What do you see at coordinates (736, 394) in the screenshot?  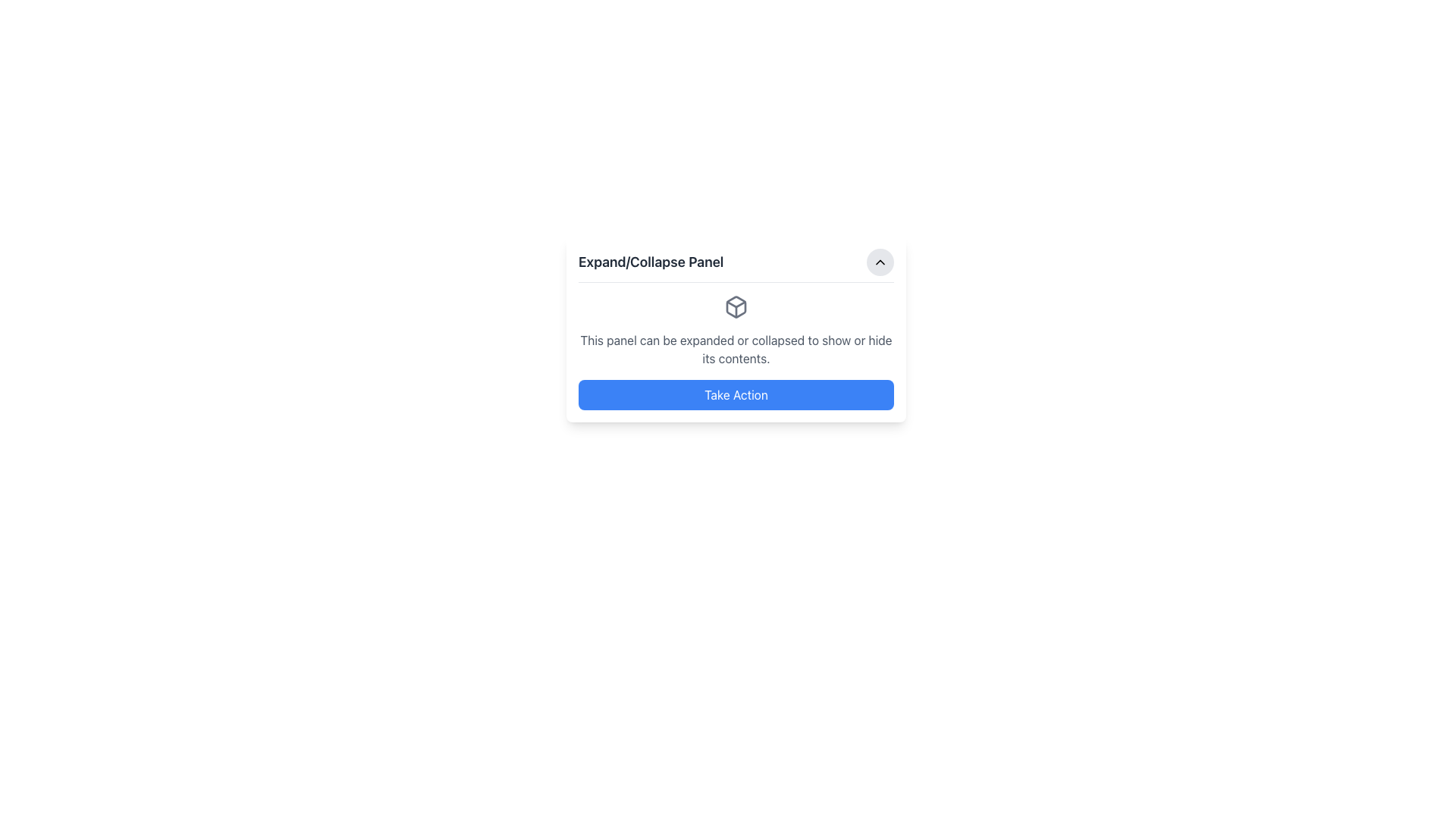 I see `the rectangular blue button labeled 'Take Action' to trigger hover effects` at bounding box center [736, 394].